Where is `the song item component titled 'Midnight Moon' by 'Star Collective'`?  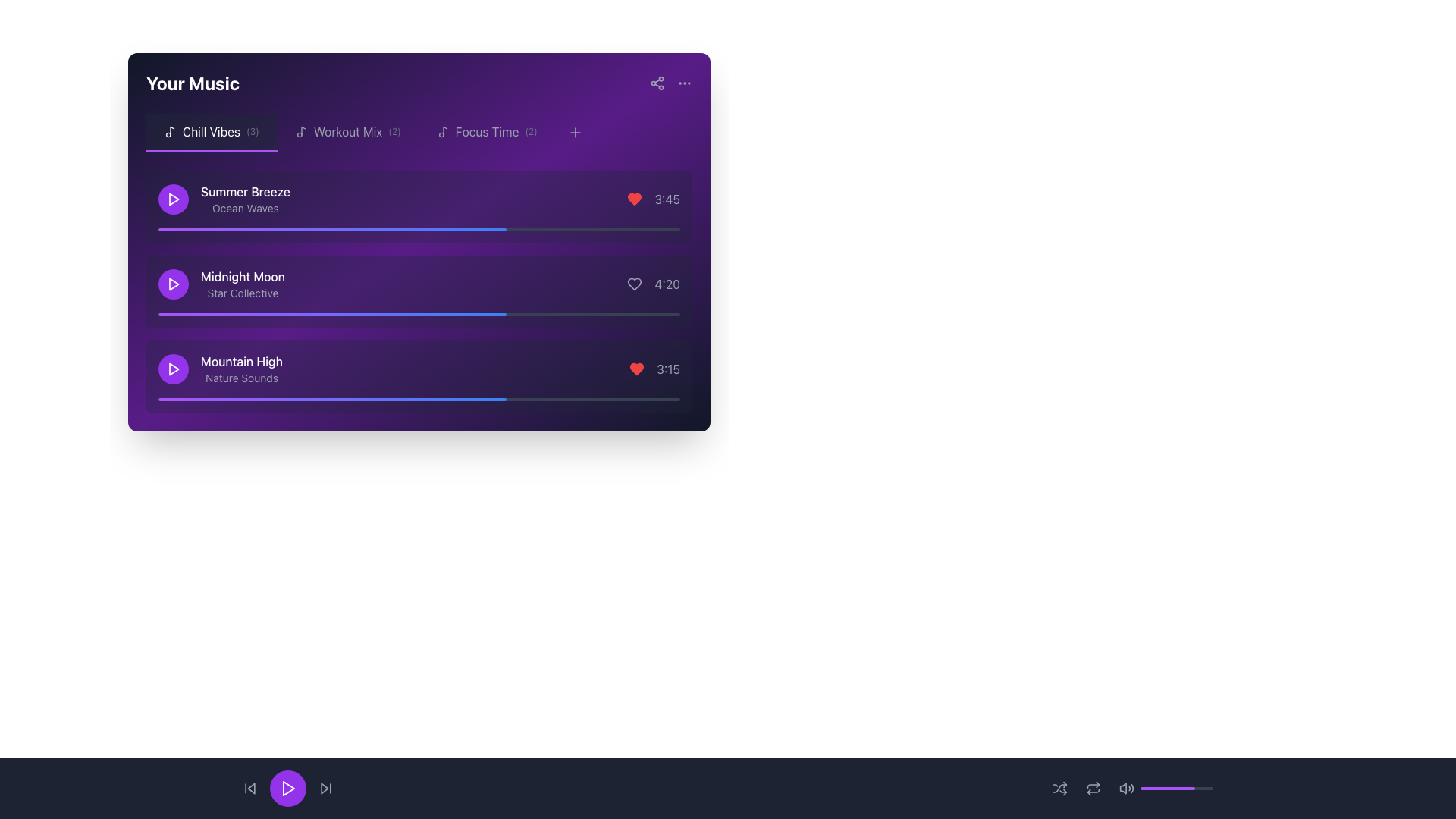
the song item component titled 'Midnight Moon' by 'Star Collective' is located at coordinates (419, 292).